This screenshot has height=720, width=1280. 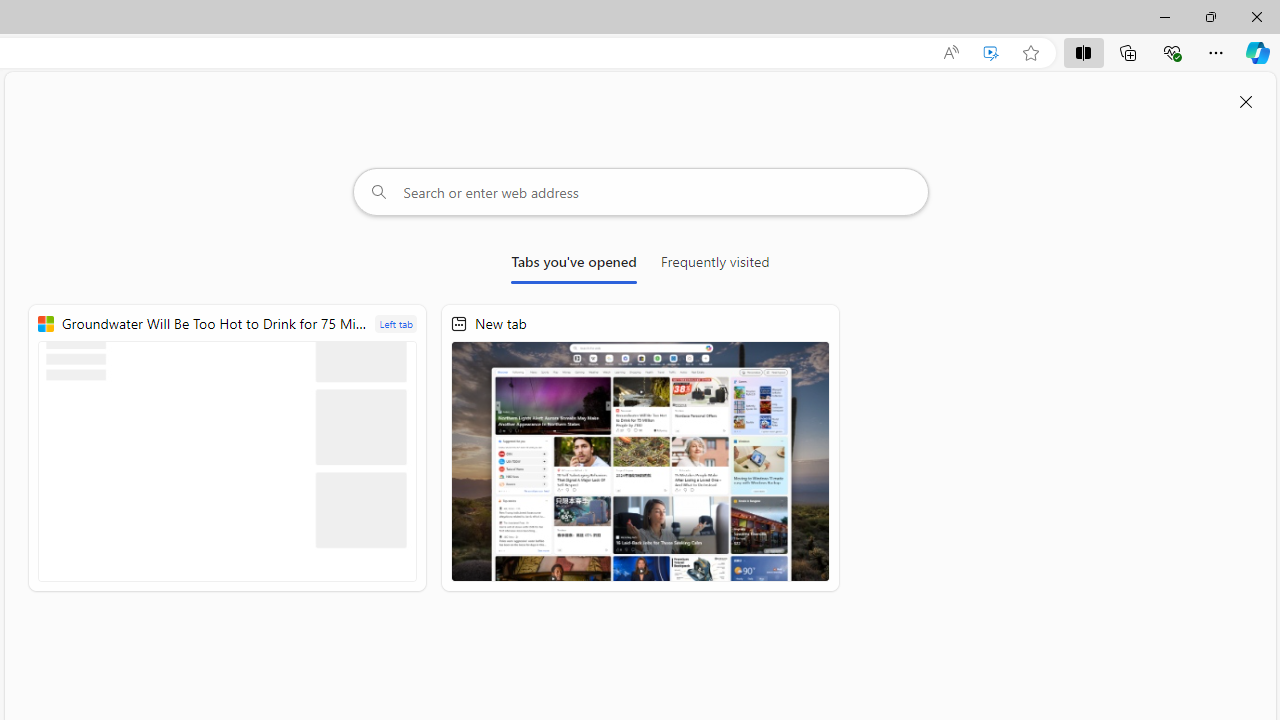 I want to click on 'Frequently visited', so click(x=715, y=265).